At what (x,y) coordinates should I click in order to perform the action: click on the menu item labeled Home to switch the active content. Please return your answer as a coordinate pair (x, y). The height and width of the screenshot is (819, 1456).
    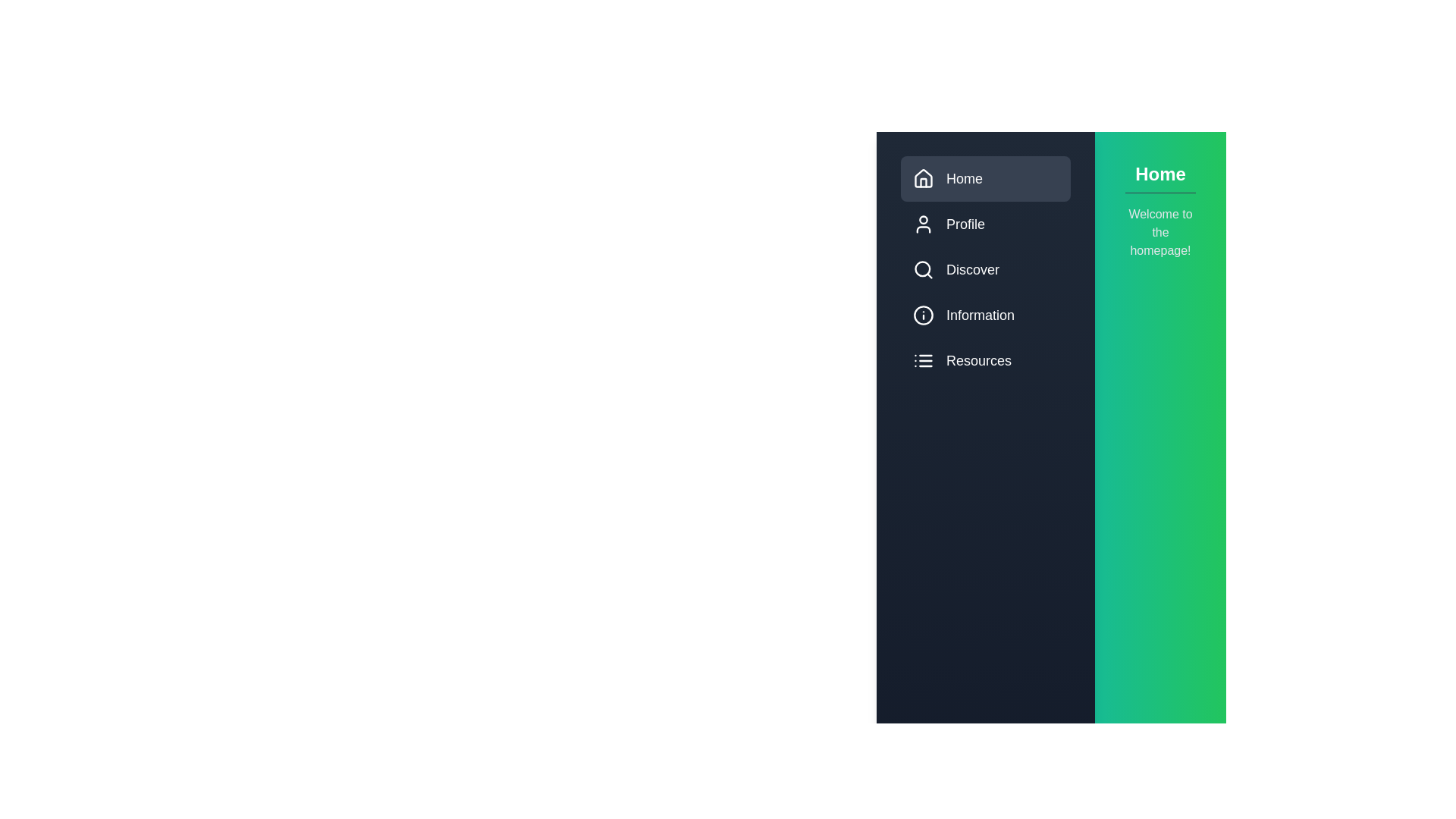
    Looking at the image, I should click on (986, 177).